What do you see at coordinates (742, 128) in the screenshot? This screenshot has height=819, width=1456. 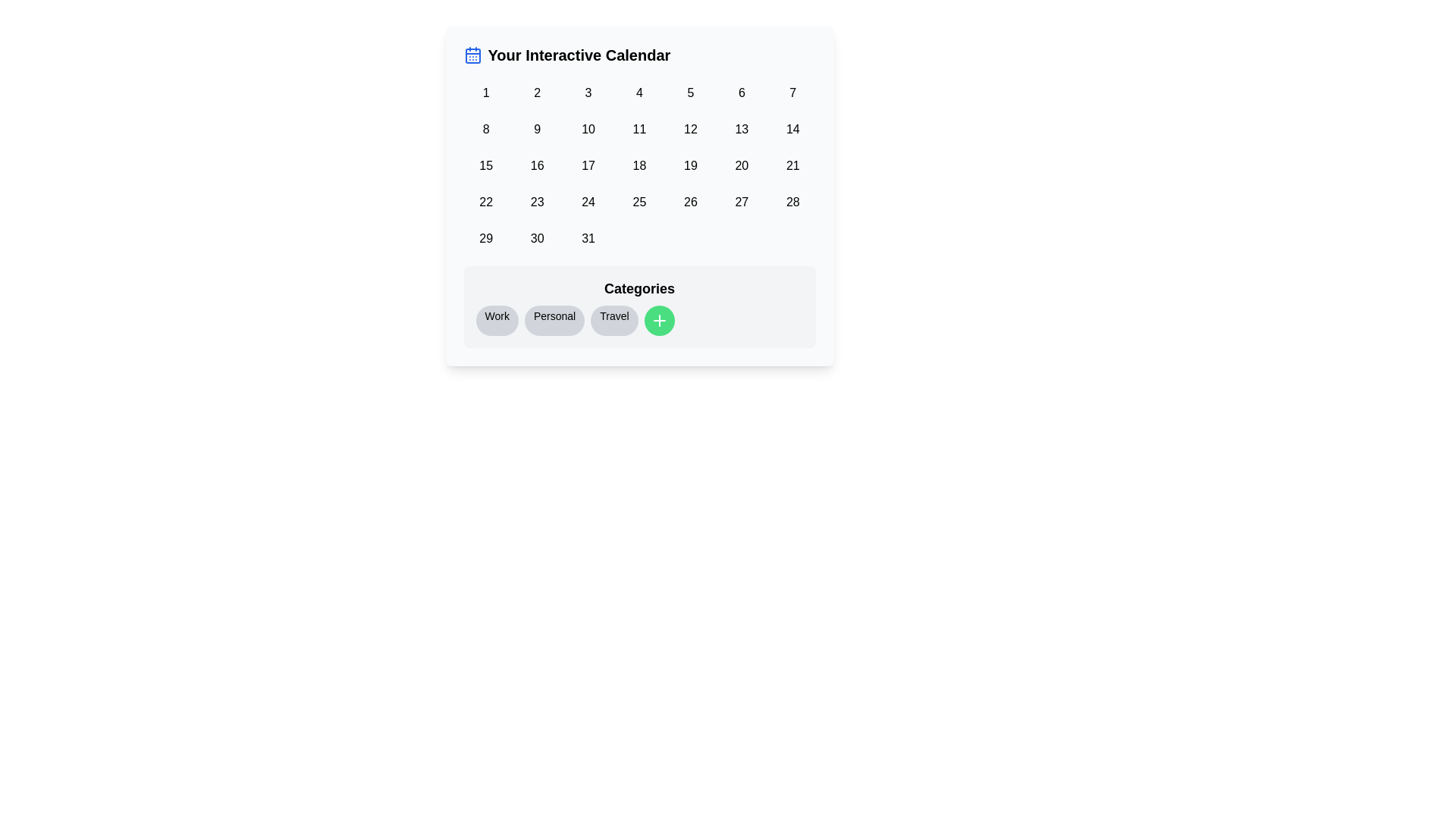 I see `the small rectangular button with rounded corners displaying the number '13'` at bounding box center [742, 128].